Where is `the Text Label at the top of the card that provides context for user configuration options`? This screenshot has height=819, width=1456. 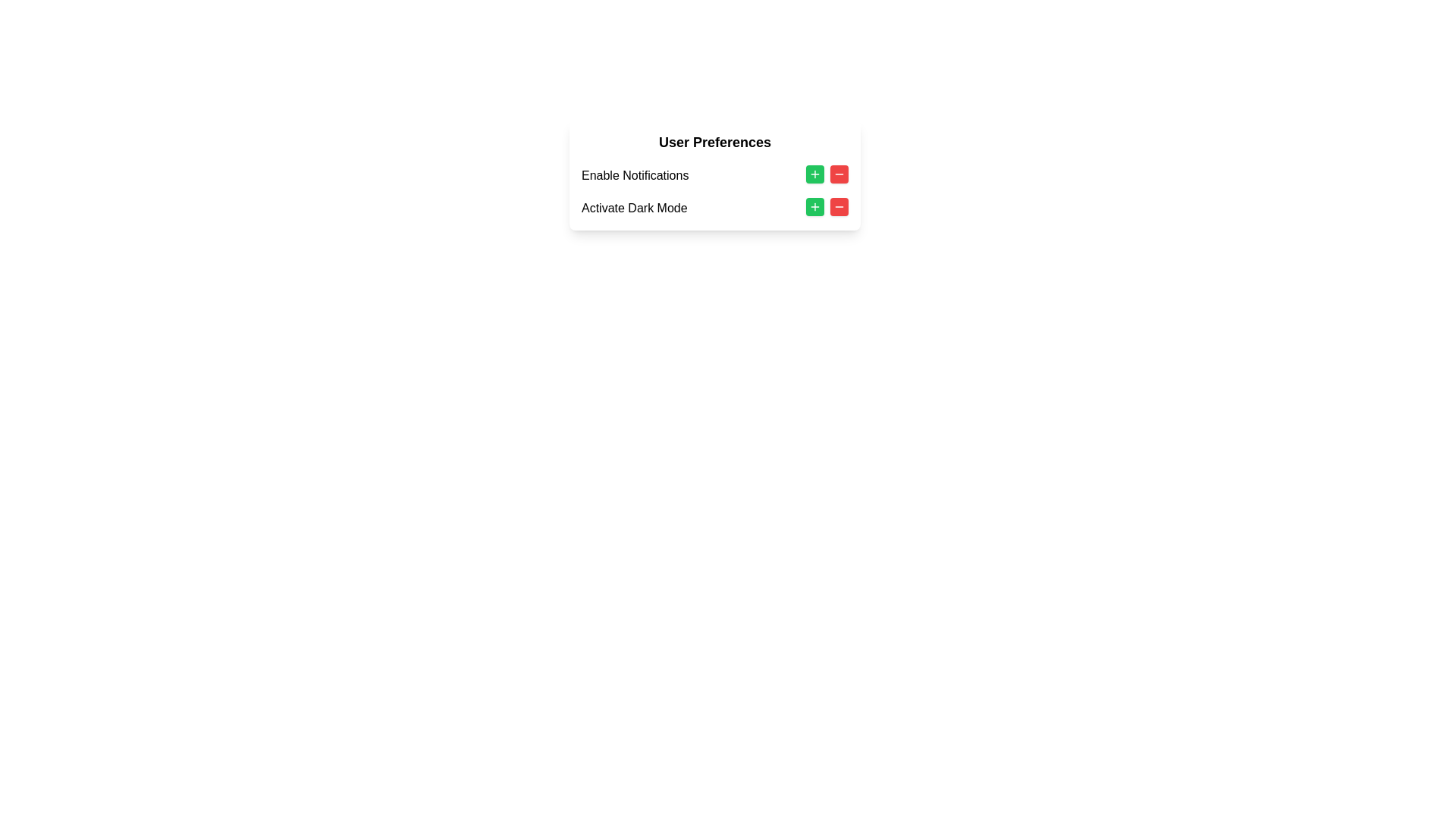 the Text Label at the top of the card that provides context for user configuration options is located at coordinates (714, 143).